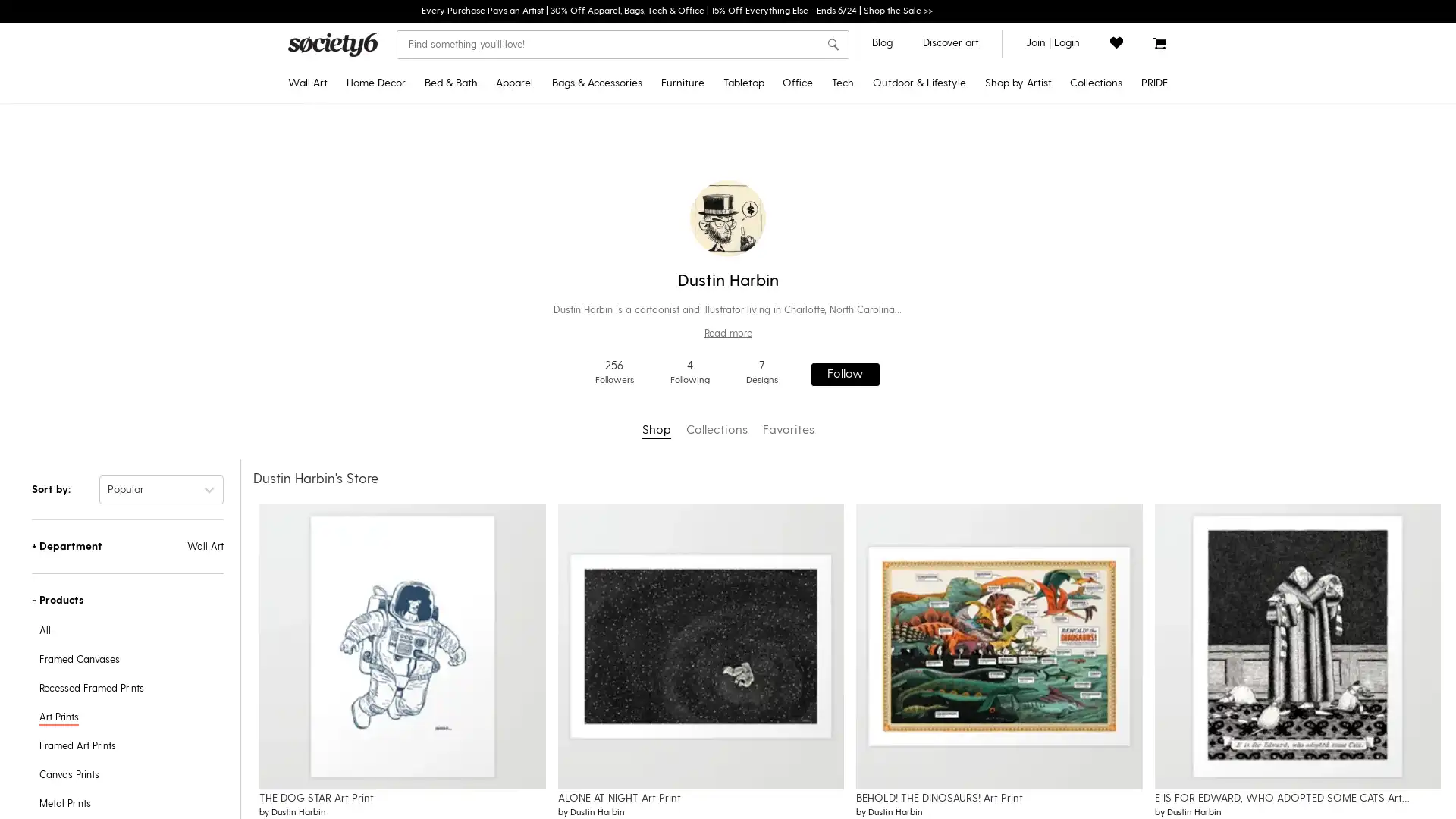  I want to click on Rugs, so click(404, 315).